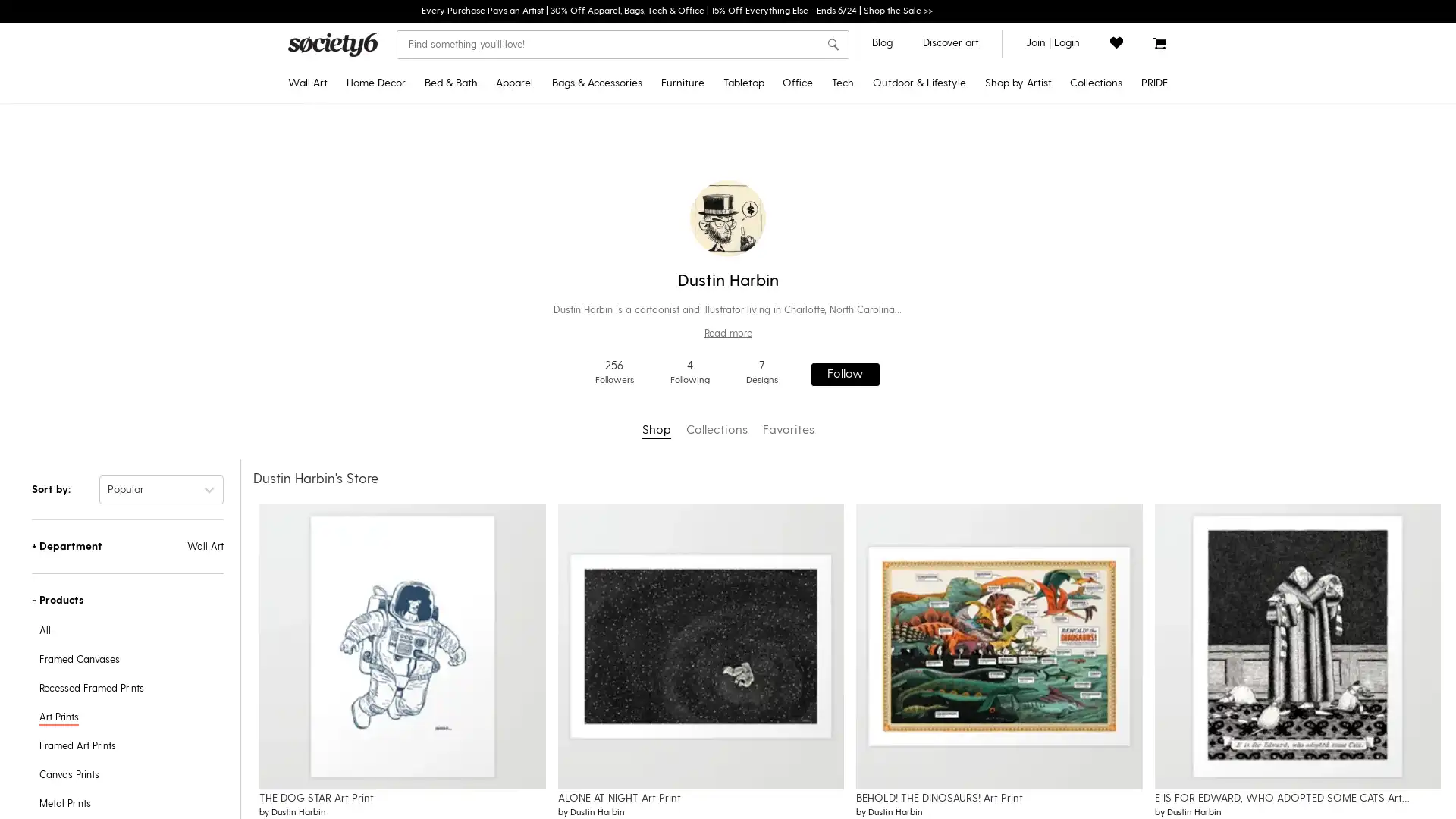  I want to click on Rugs, so click(404, 315).